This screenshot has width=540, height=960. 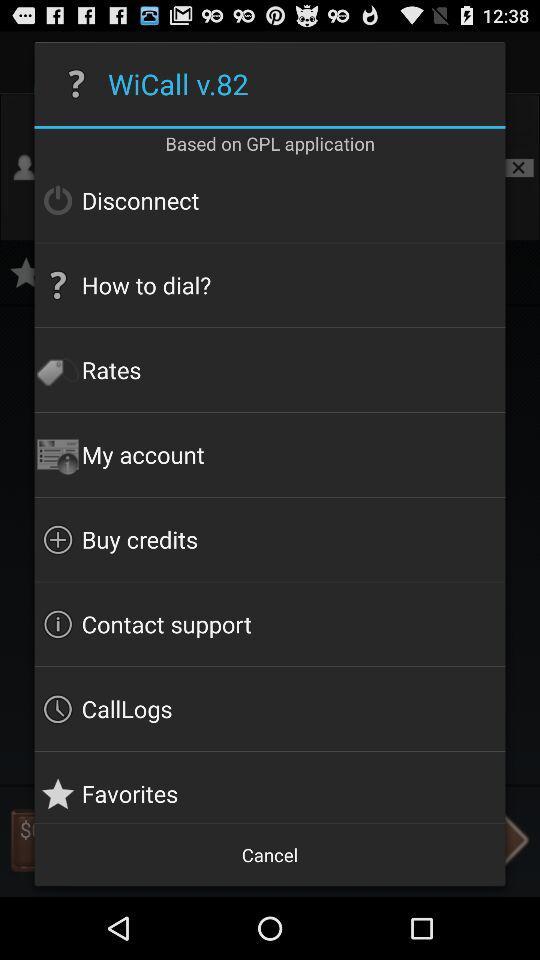 I want to click on the icon above buy credits item, so click(x=270, y=454).